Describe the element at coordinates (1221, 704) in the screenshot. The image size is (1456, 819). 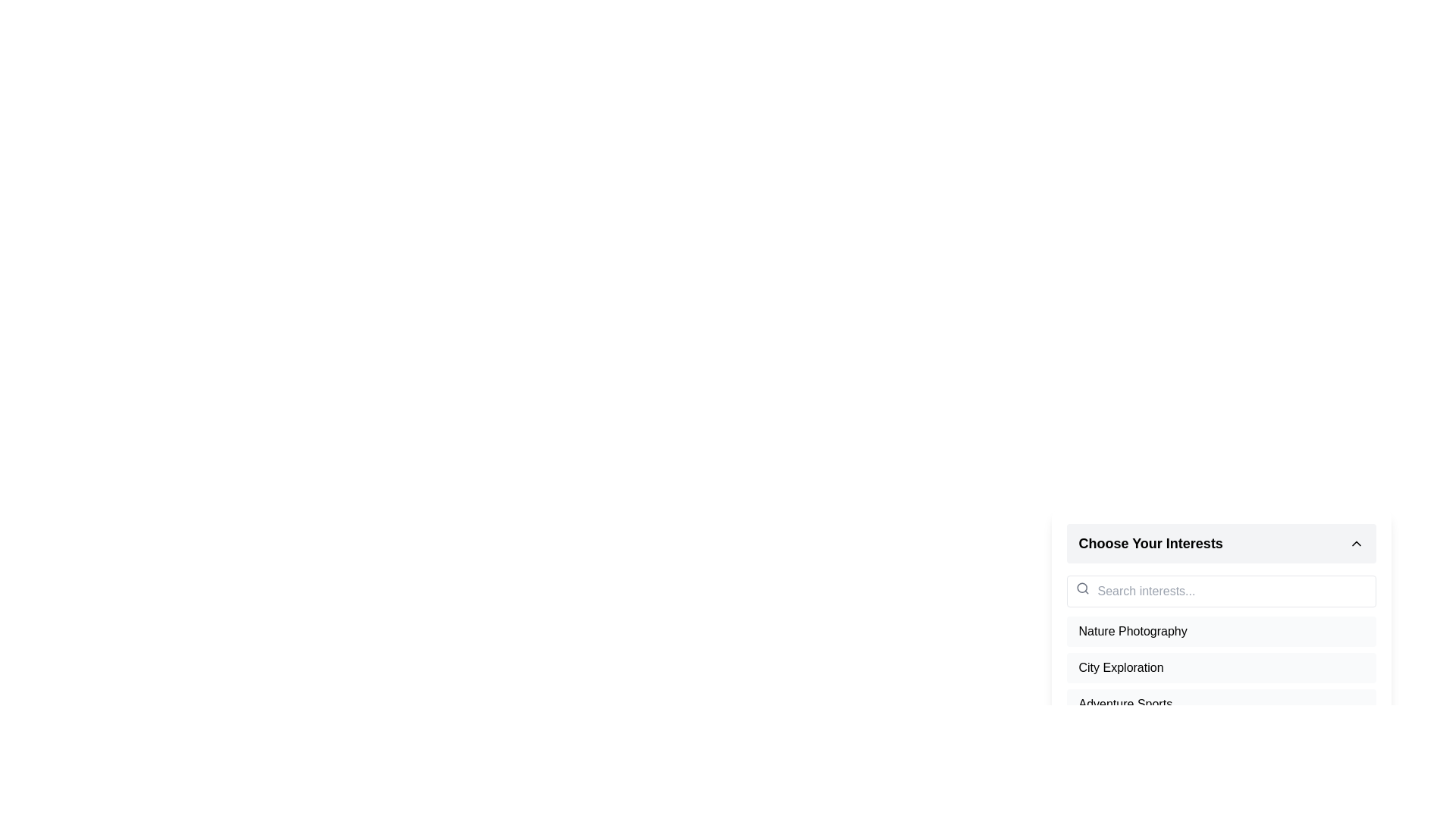
I see `third selectable list item labeled 'Adventure Sports' using development tools` at that location.